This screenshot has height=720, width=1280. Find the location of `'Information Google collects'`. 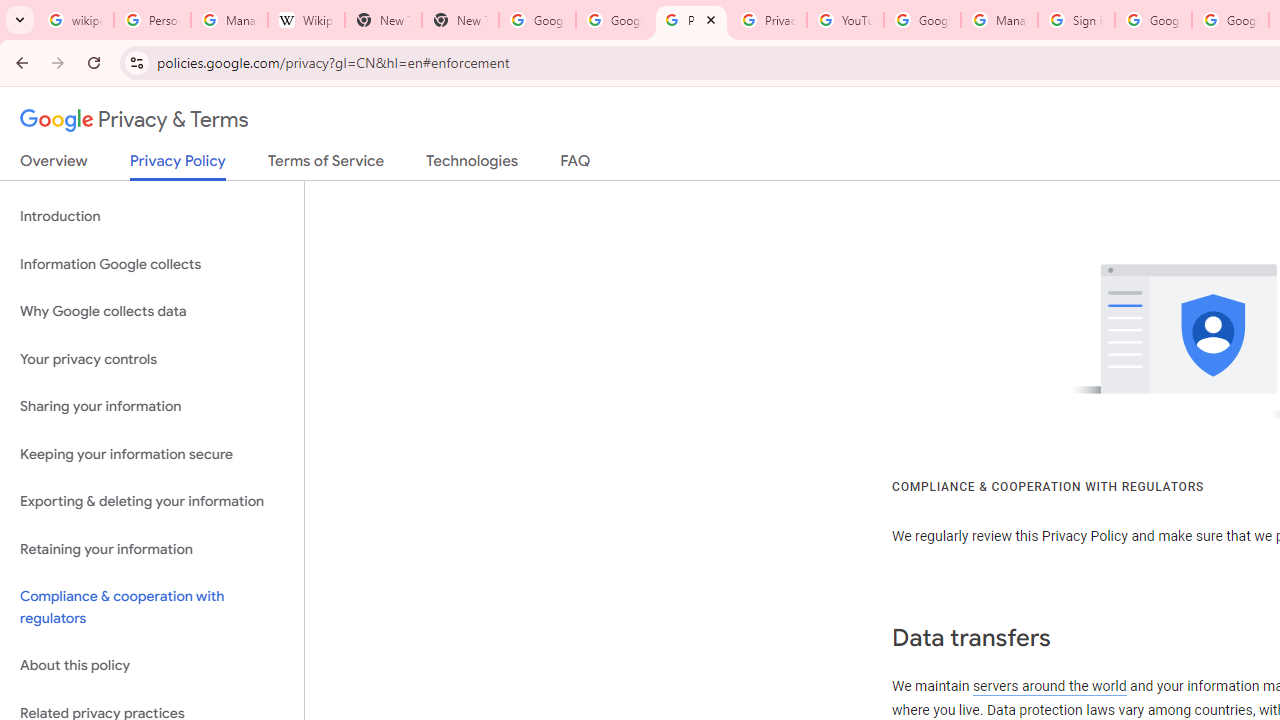

'Information Google collects' is located at coordinates (151, 263).